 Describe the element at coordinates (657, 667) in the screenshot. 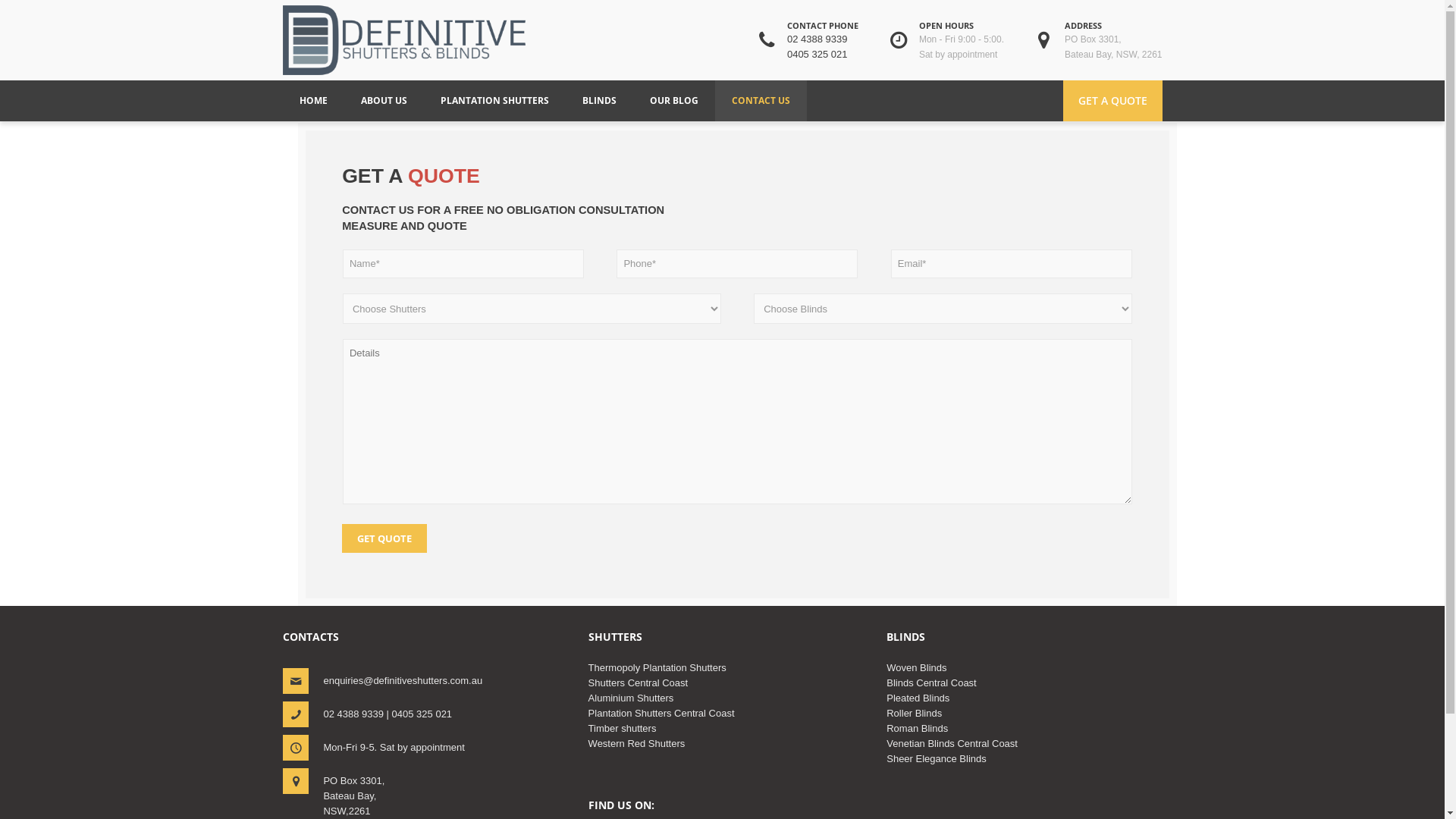

I see `'Thermopoly Plantation Shutters'` at that location.